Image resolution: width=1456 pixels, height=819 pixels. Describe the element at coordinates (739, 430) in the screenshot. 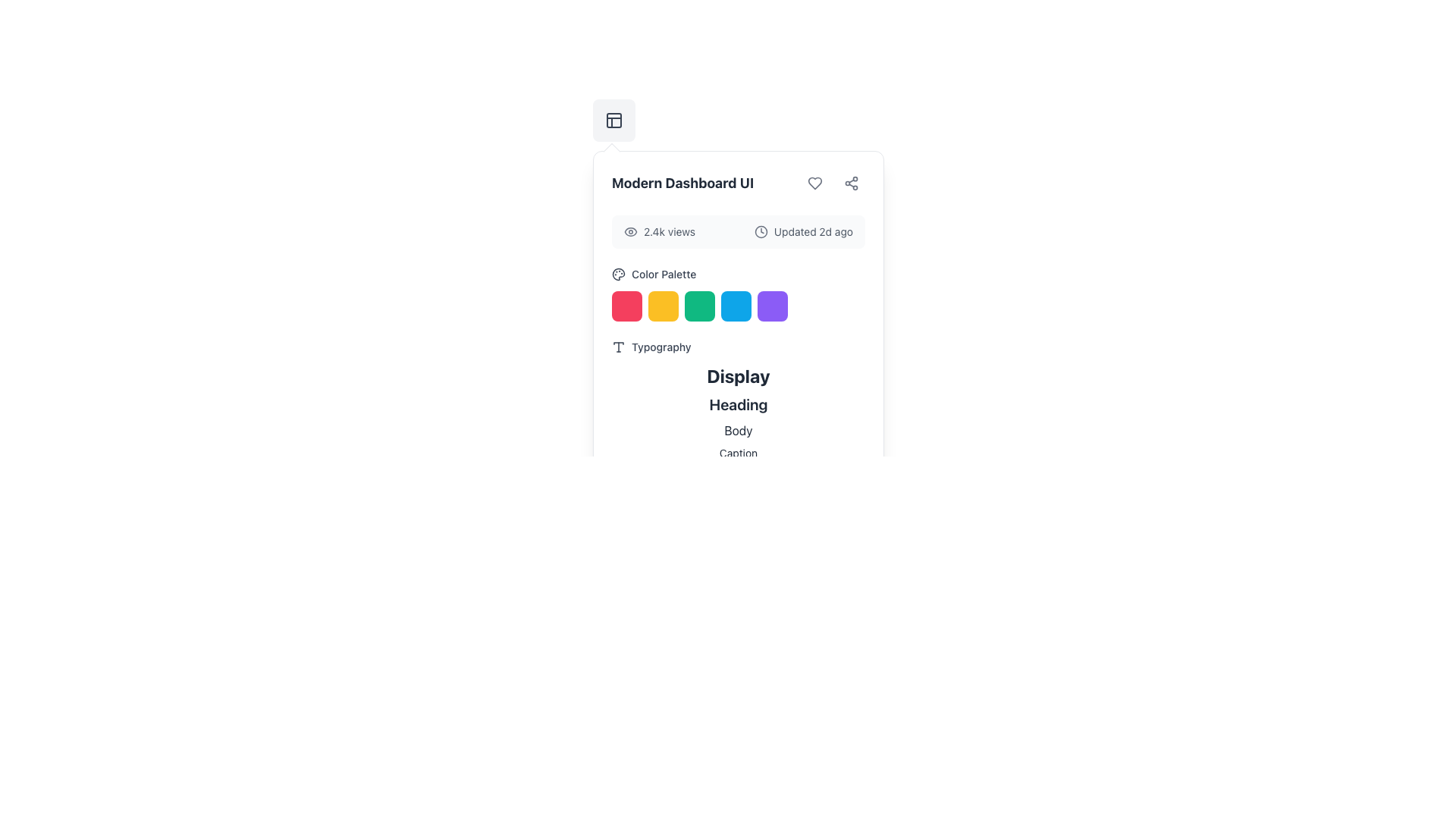

I see `the text label that displays 'Body', which is styled in dark gray and changes to blue when hovered. It is the third item in a vertical list between 'Heading' and 'Caption'` at that location.